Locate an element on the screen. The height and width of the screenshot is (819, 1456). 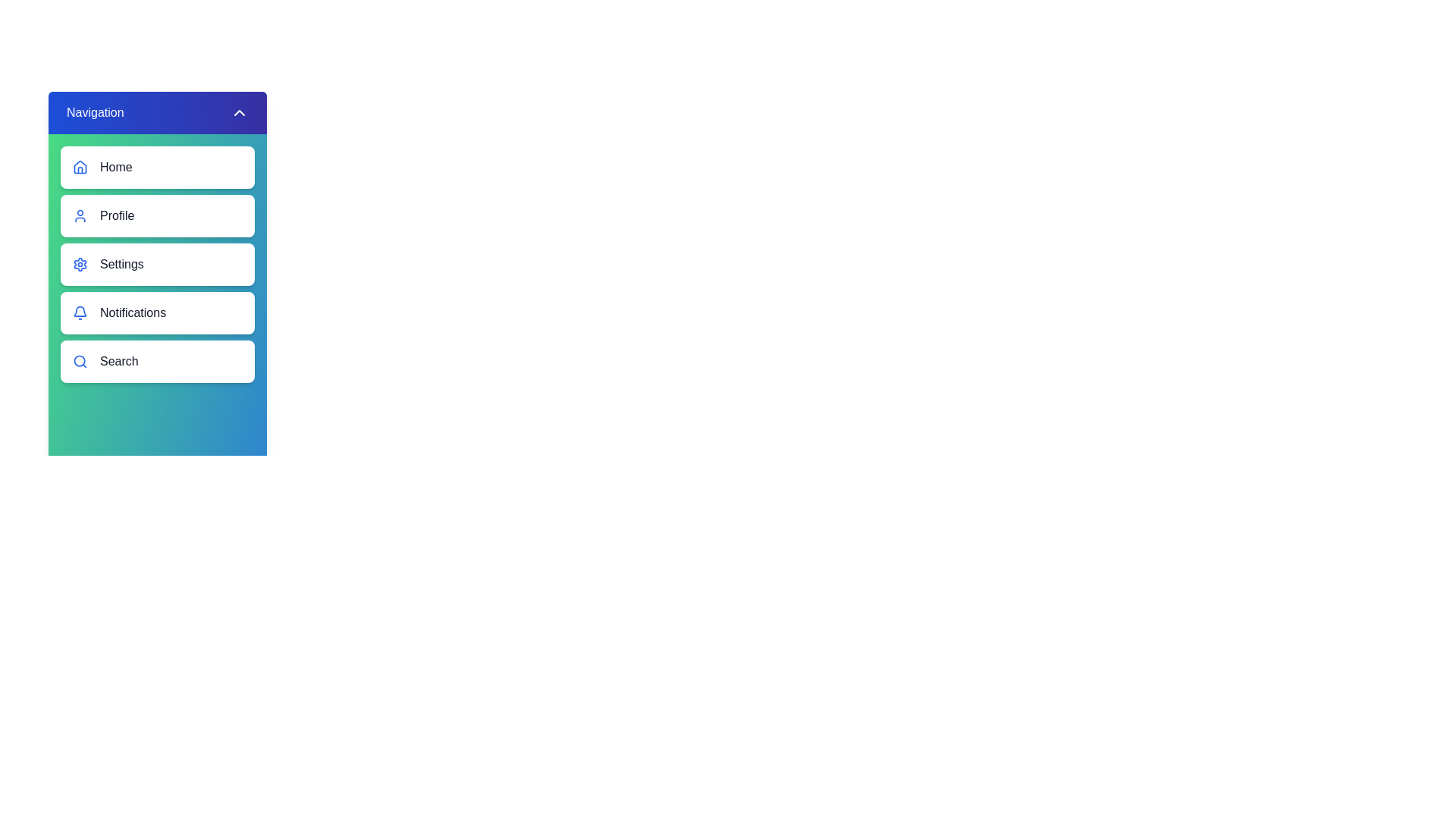
the 'Notifications' button, which is a rectangular button with rounded corners, featuring a bell icon and the text 'Notifications'. It is the fourth item in a vertical navigation list is located at coordinates (157, 312).